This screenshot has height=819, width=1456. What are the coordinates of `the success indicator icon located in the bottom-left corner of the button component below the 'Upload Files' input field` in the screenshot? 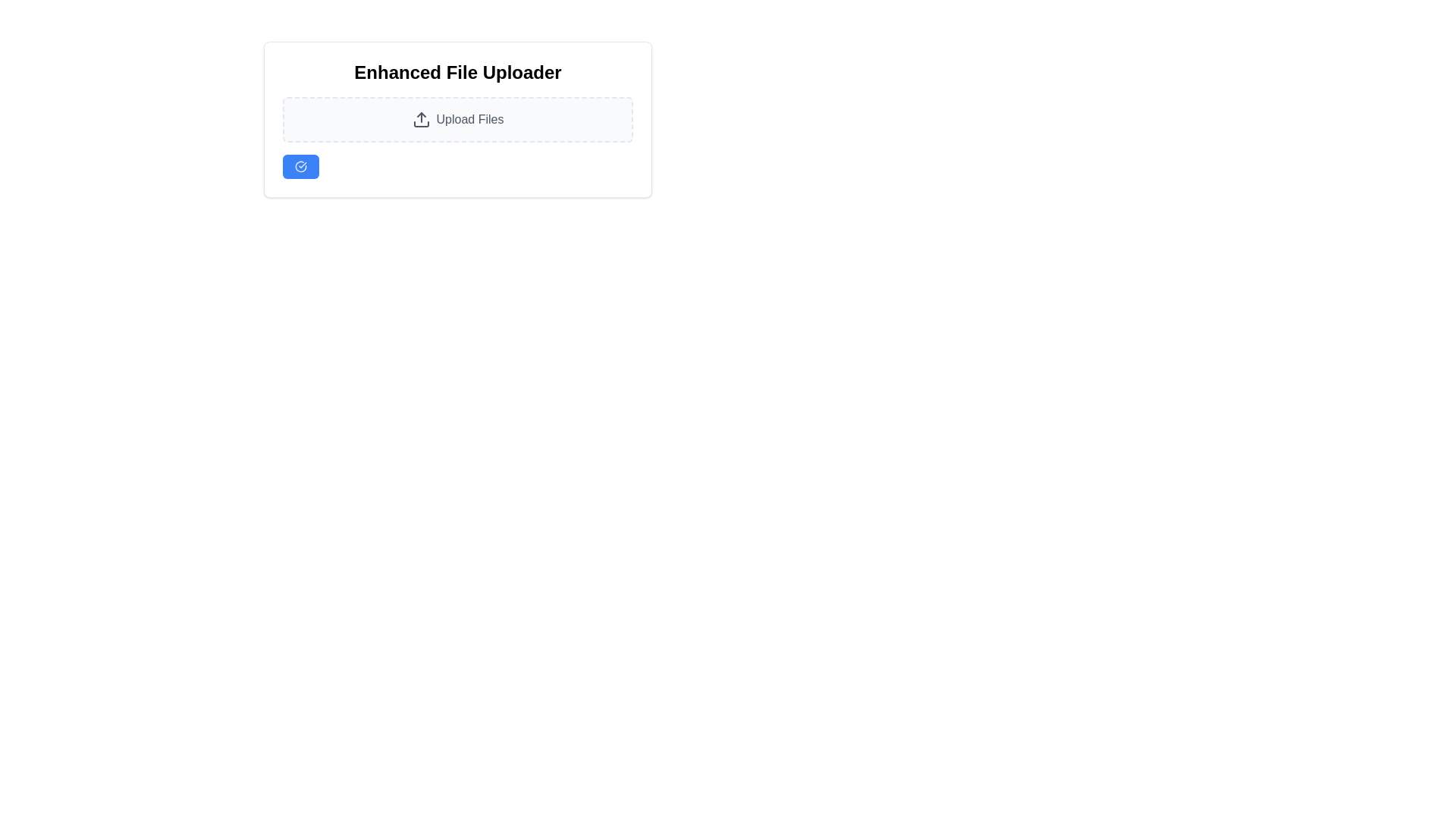 It's located at (301, 166).